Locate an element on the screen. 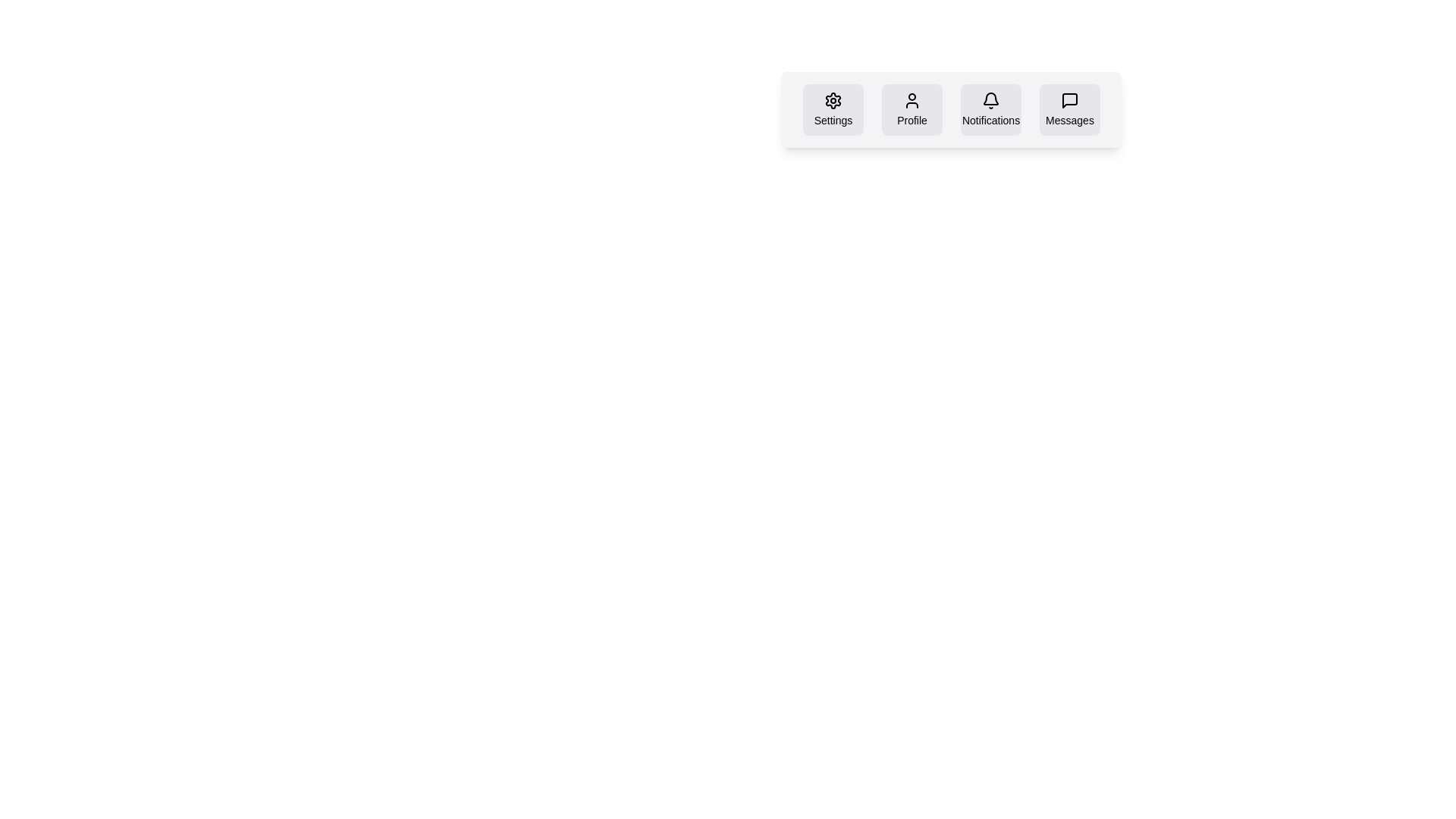 The height and width of the screenshot is (819, 1456). the profile settings button, which is located to the immediate right of the 'Settings' button and to the left of the 'Notifications' button is located at coordinates (912, 109).